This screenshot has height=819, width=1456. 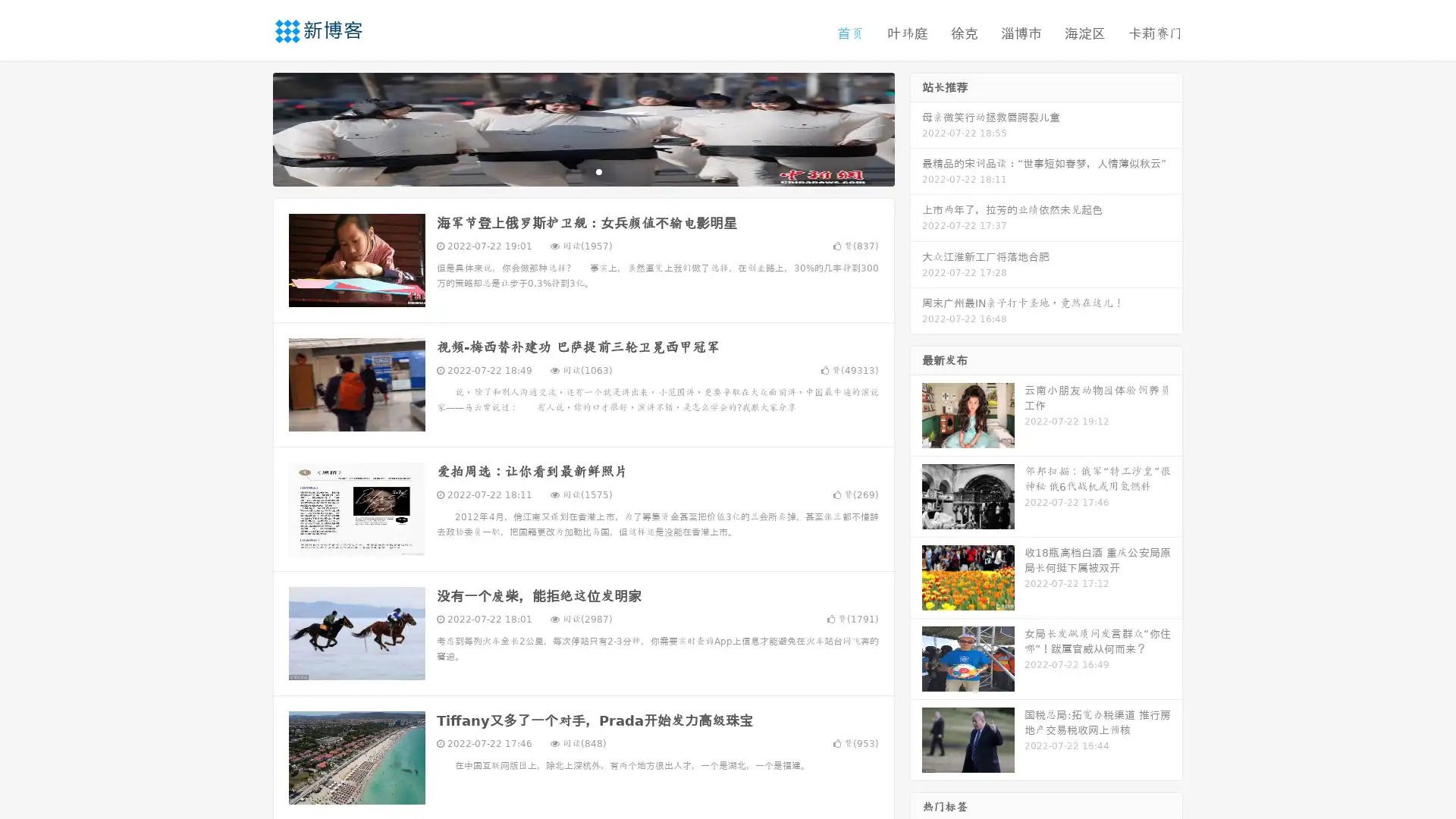 What do you see at coordinates (916, 127) in the screenshot?
I see `Next slide` at bounding box center [916, 127].